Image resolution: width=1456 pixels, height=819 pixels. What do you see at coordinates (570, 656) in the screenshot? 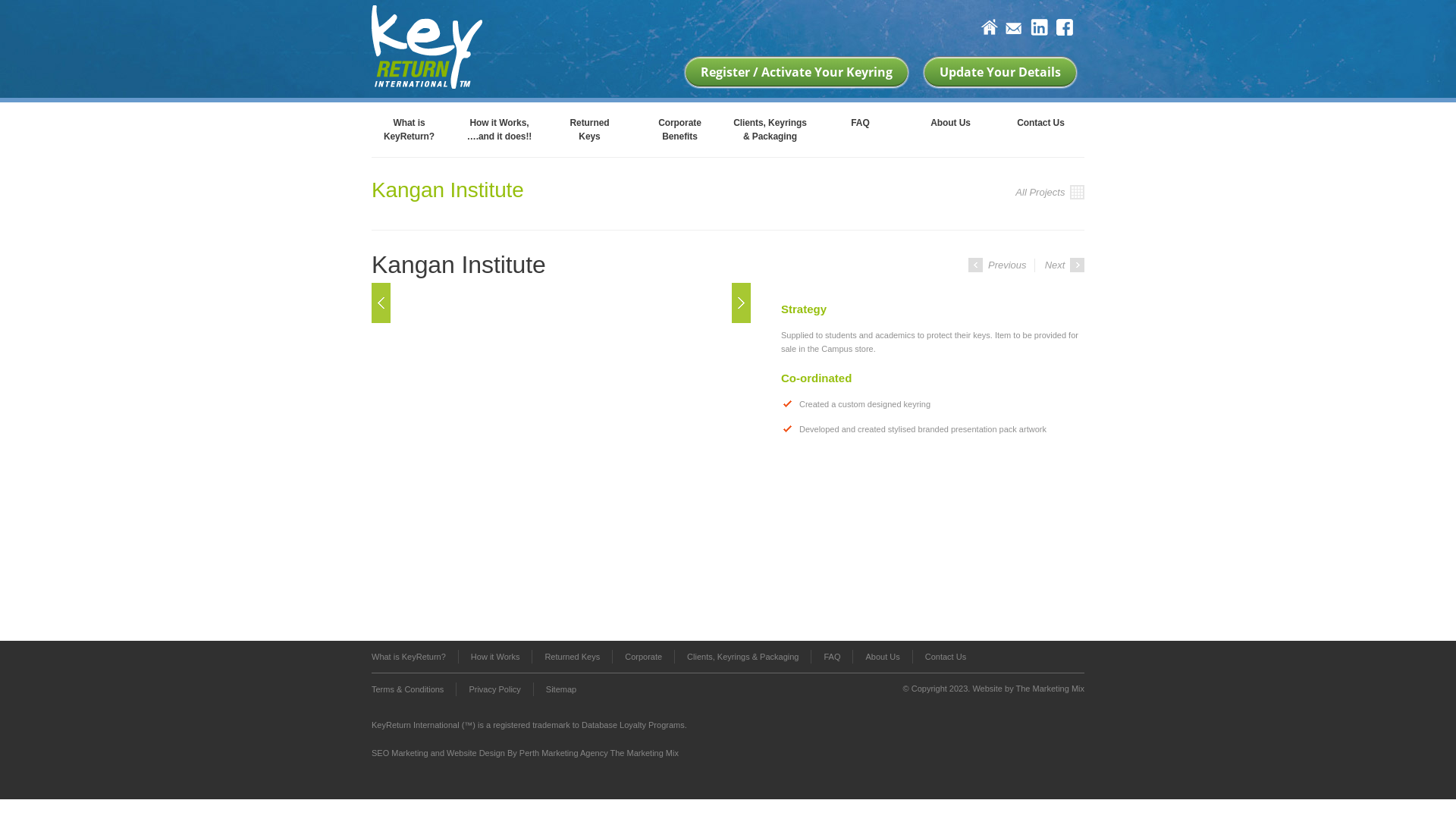
I see `'Returned Keys'` at bounding box center [570, 656].